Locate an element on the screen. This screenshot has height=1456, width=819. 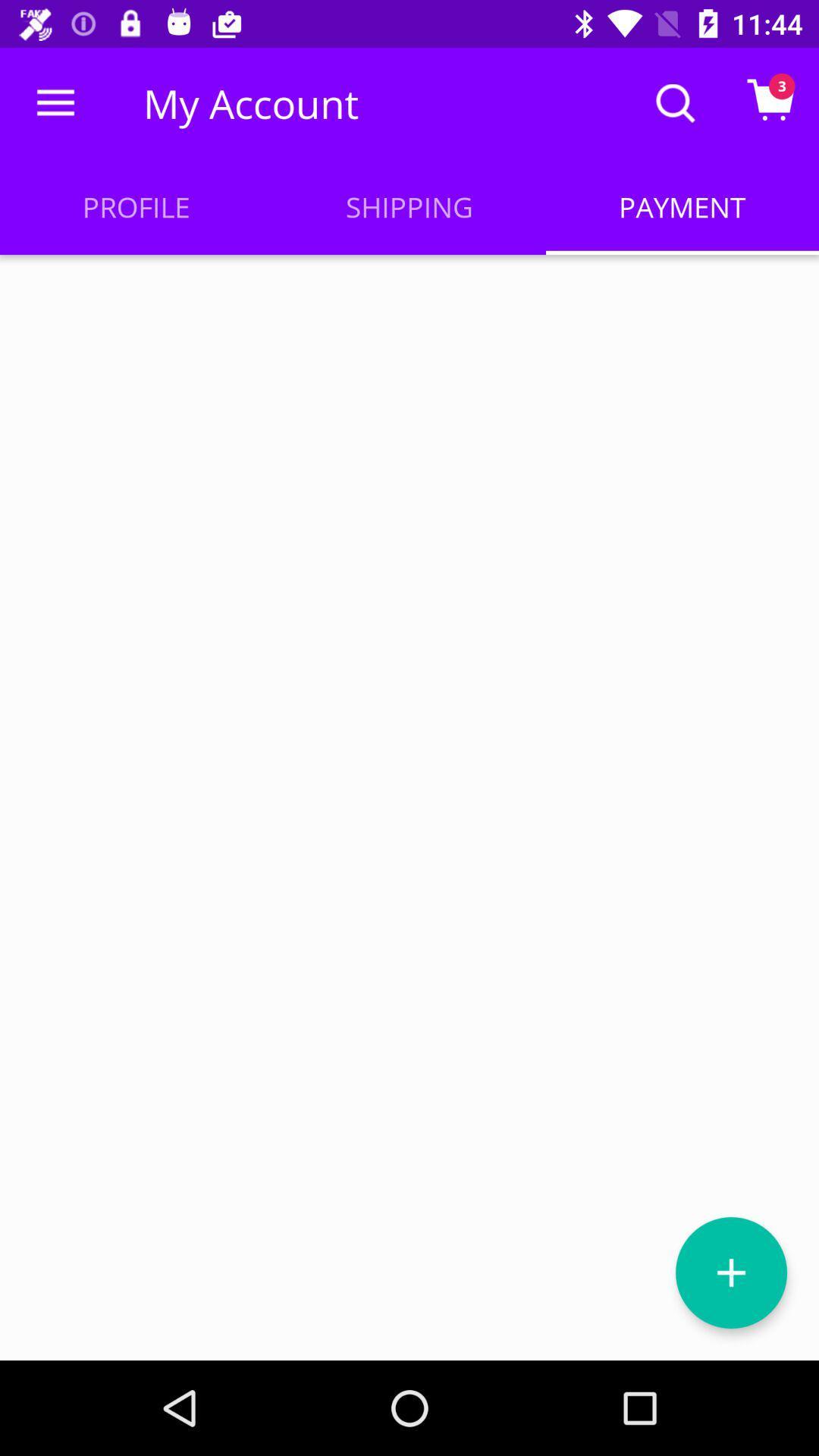
the plus symbol button which is at the bottom right of the page is located at coordinates (730, 1272).